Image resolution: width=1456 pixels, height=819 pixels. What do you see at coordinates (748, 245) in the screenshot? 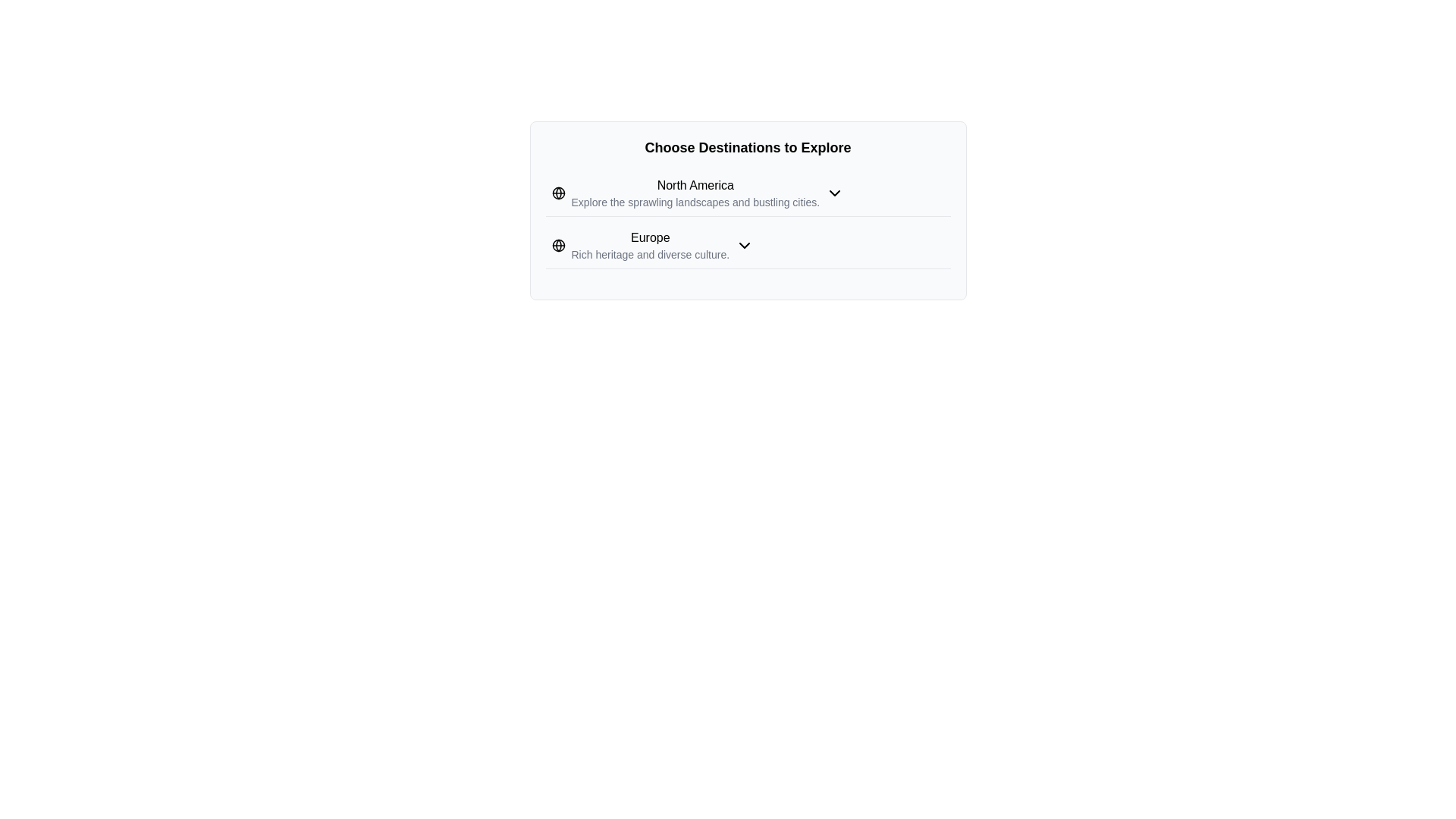
I see `the second clickable list item related to 'Europe', which provides information on its 'Rich heritage and diverse culture'` at bounding box center [748, 245].